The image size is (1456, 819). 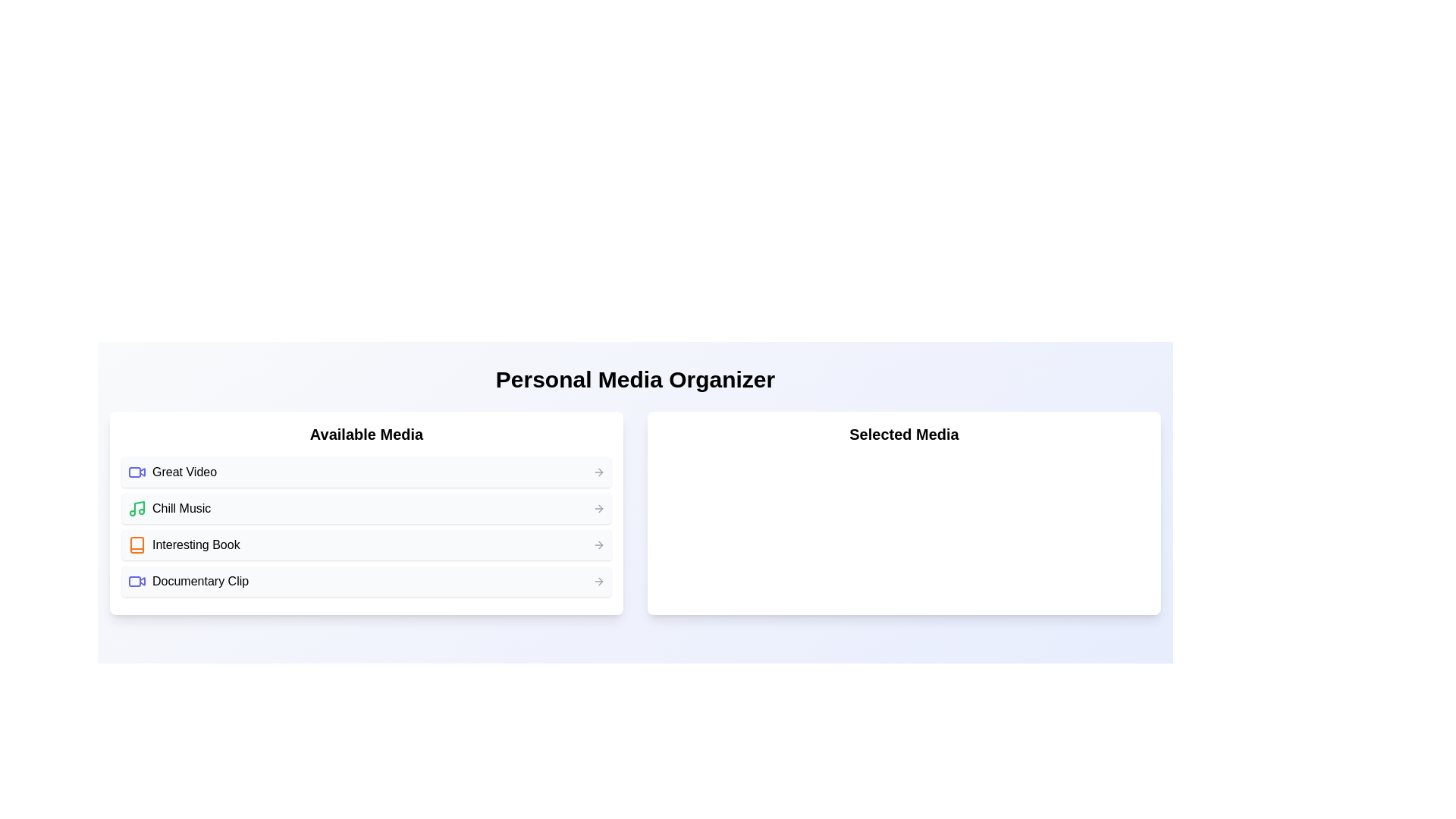 What do you see at coordinates (142, 470) in the screenshot?
I see `the play button icon, which is a triangular icon representing media playback in the 'Available Media' section for the item labeled 'Great Video'` at bounding box center [142, 470].